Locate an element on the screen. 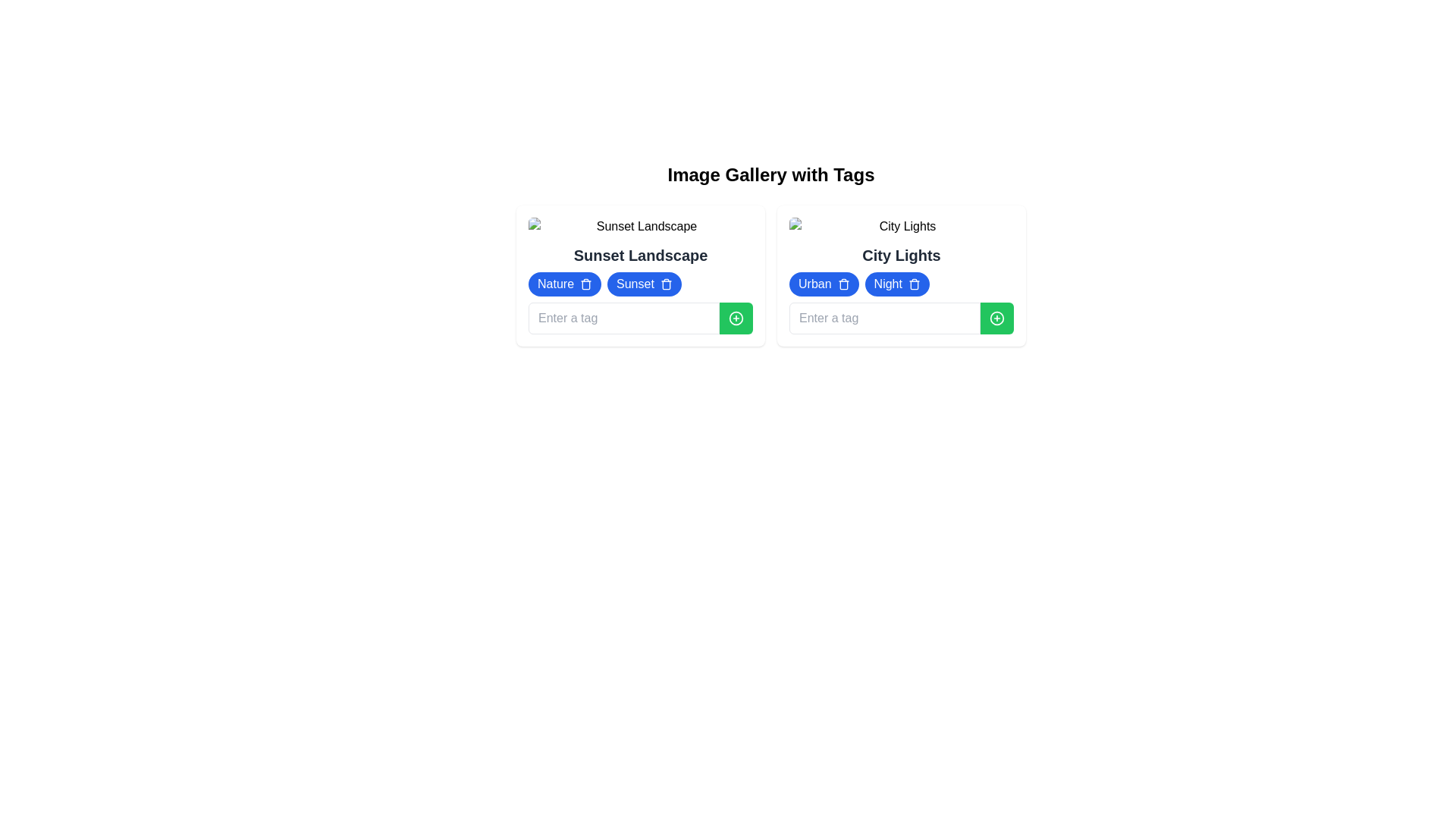  the green rounded button with a plus icon is located at coordinates (736, 318).